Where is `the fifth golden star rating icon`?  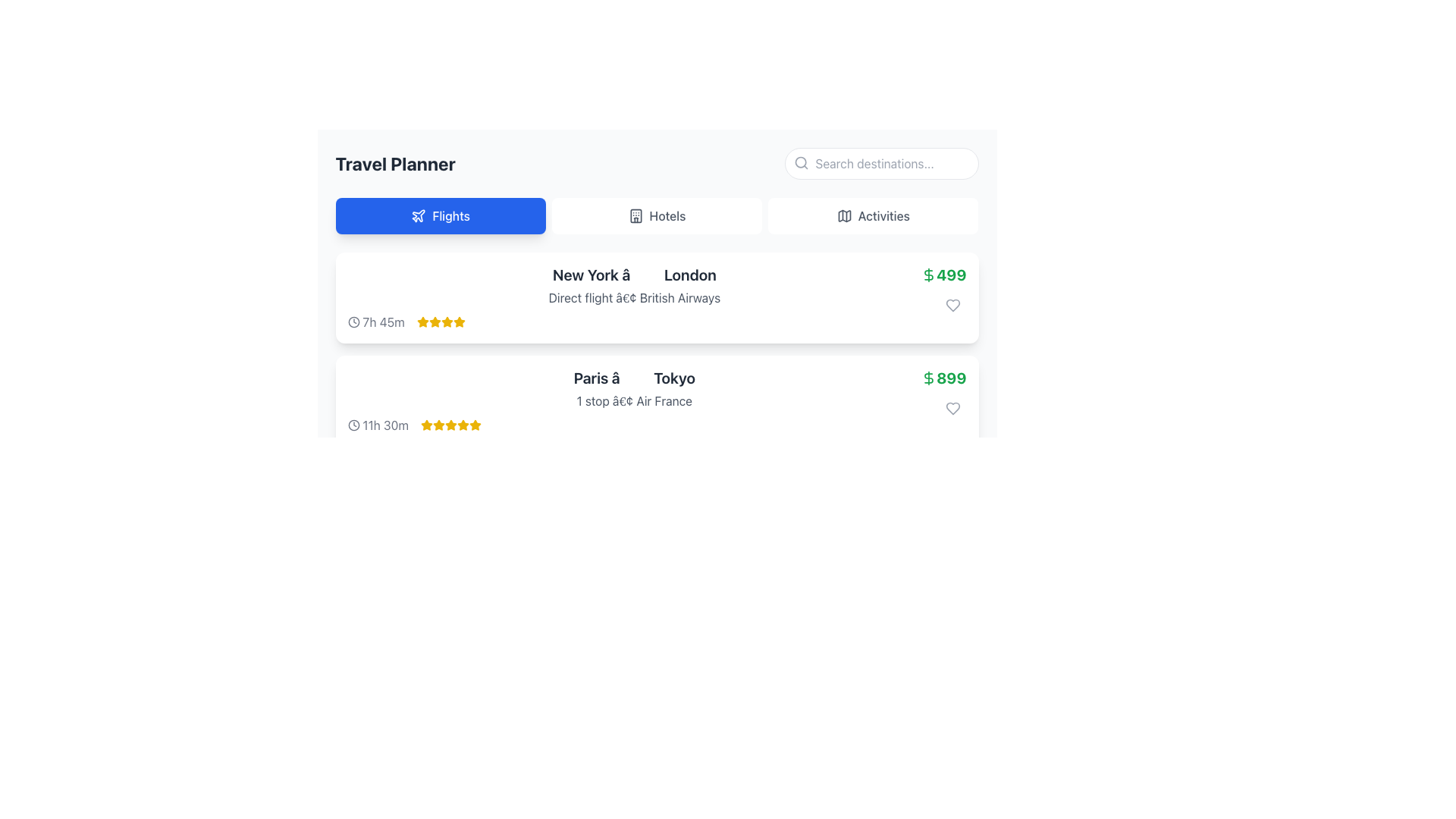 the fifth golden star rating icon is located at coordinates (450, 425).